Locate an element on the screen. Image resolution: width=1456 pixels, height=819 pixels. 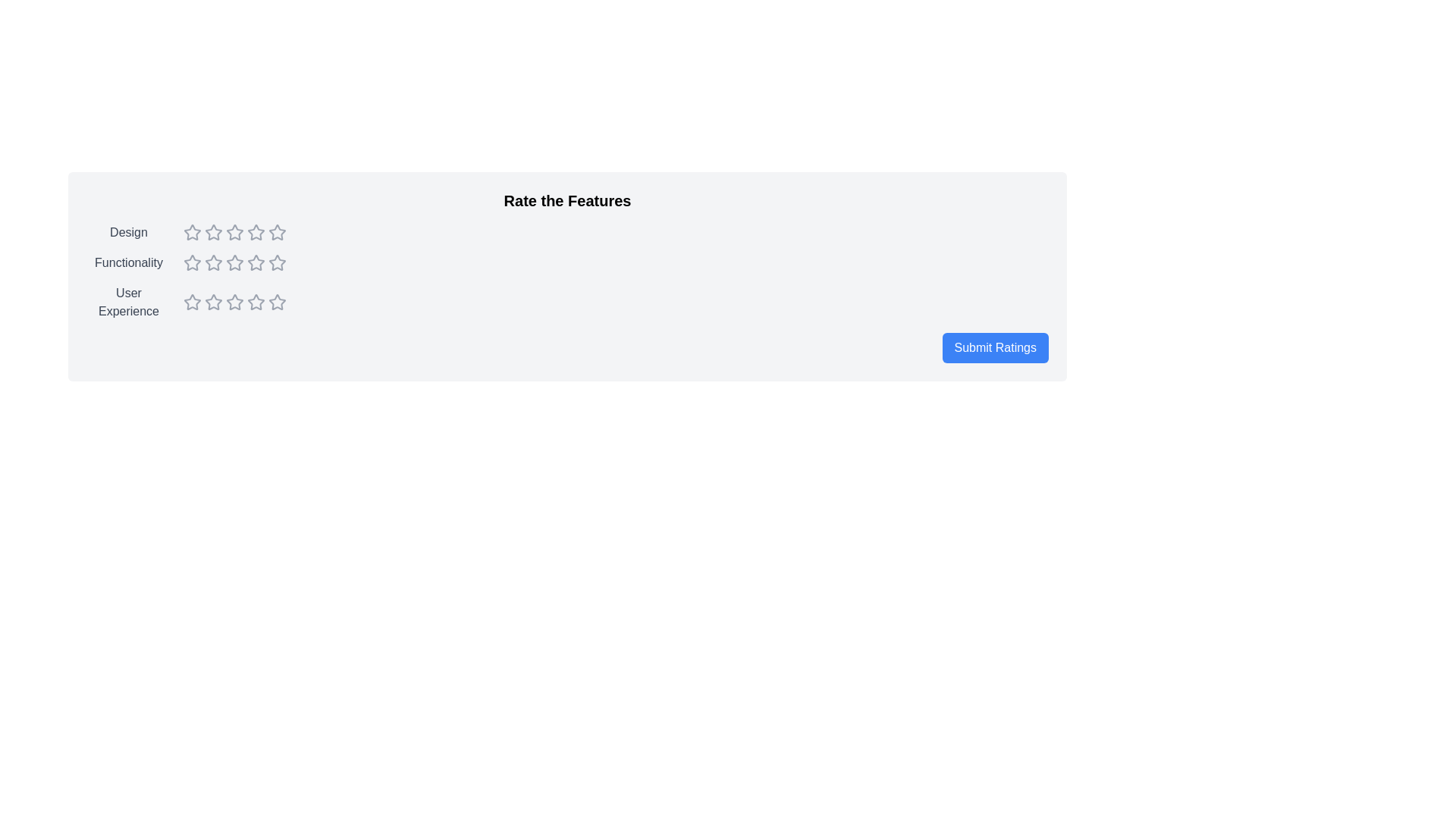
the third star icon is located at coordinates (256, 262).